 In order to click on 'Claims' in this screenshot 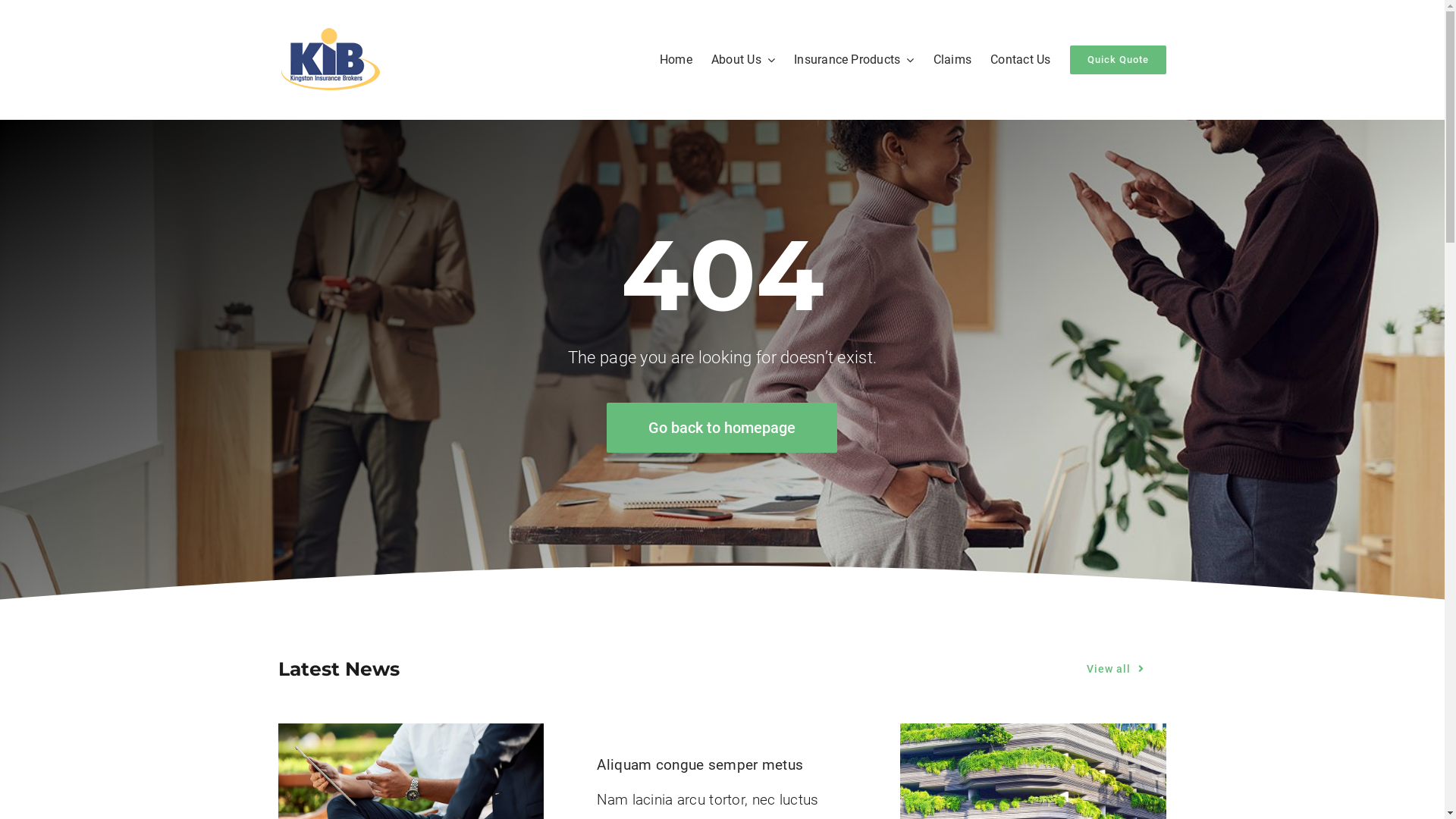, I will do `click(932, 58)`.